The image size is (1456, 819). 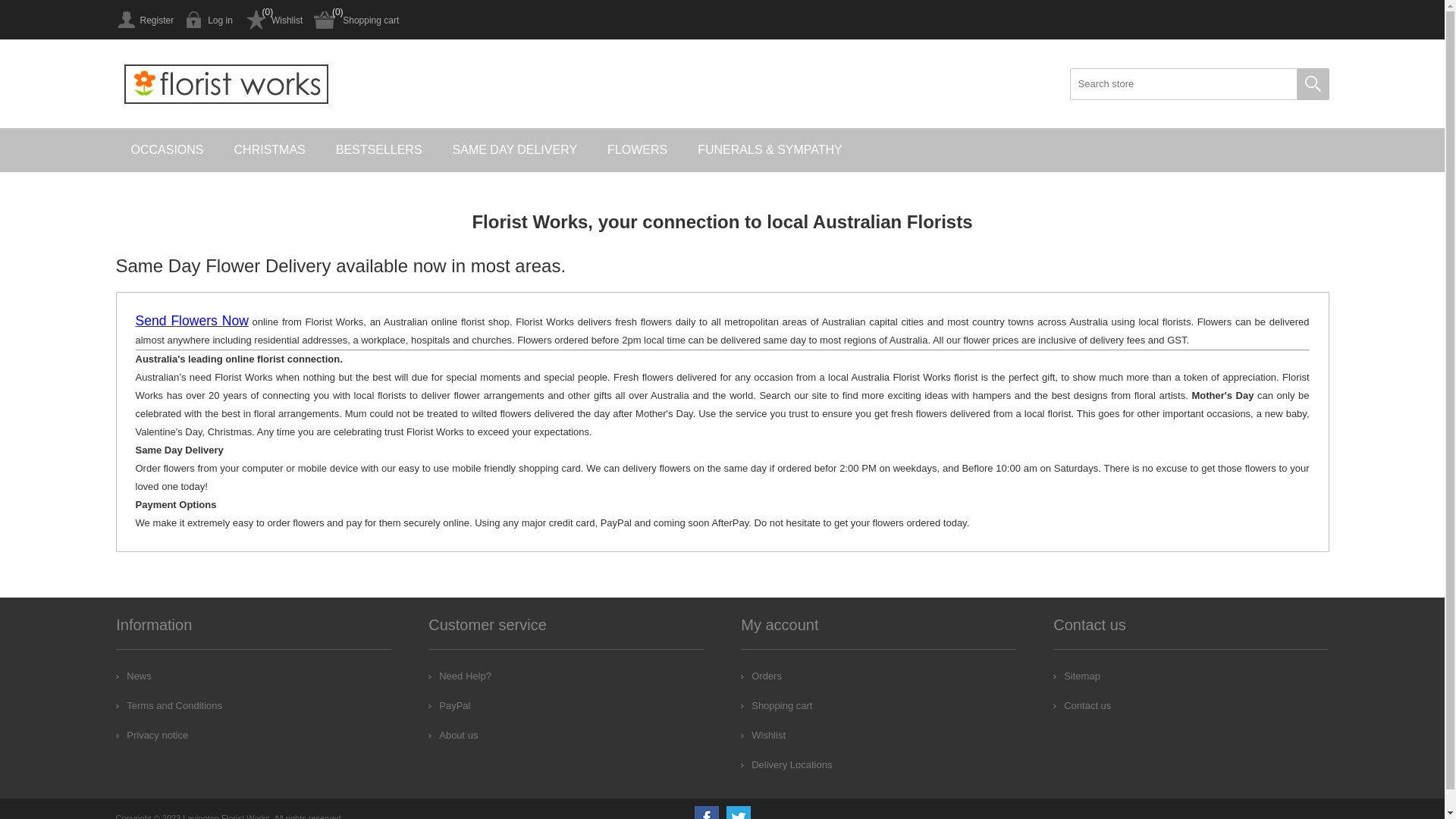 I want to click on 'Search', so click(x=1295, y=84).